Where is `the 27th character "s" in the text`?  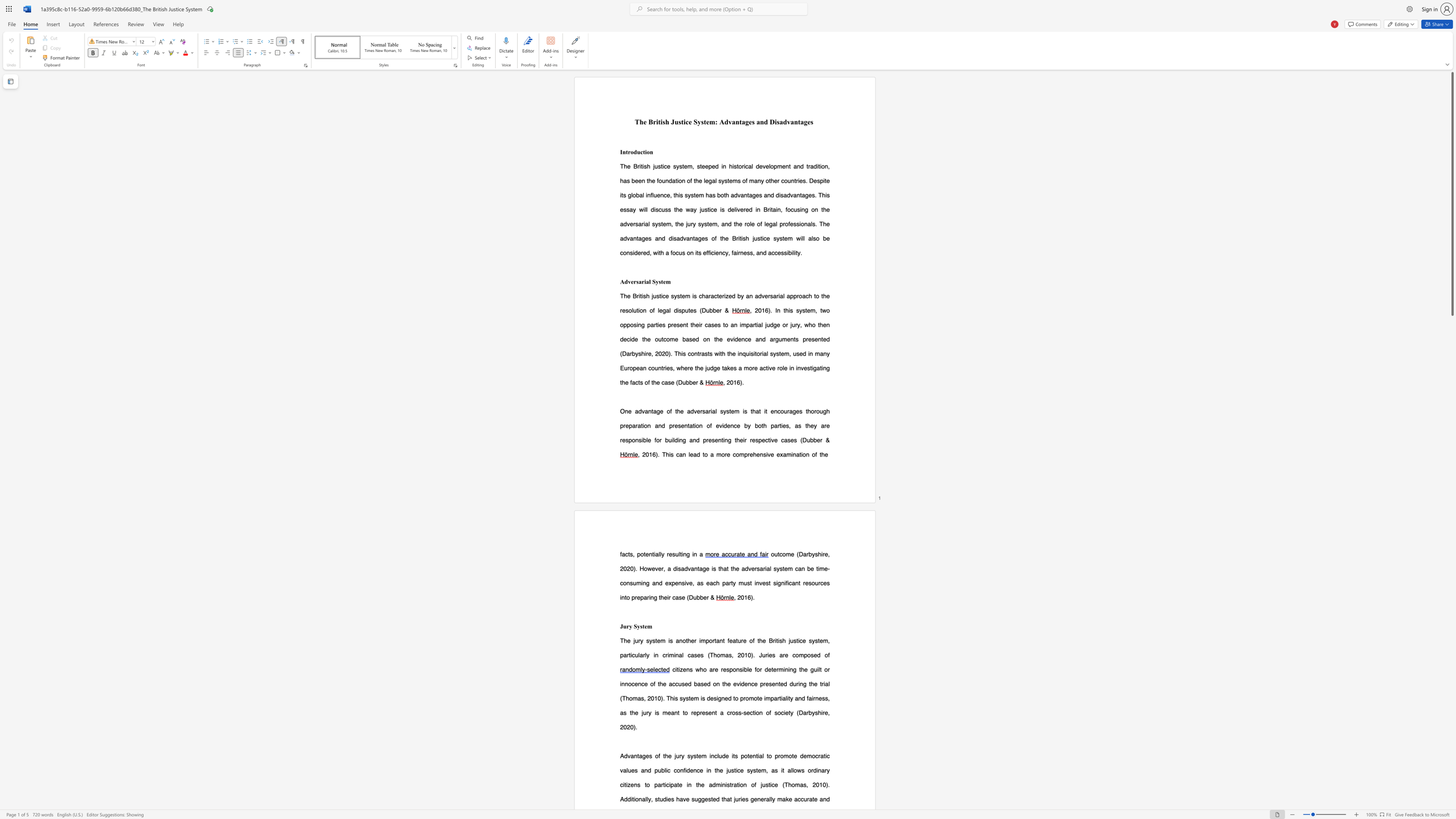 the 27th character "s" in the text is located at coordinates (705, 209).